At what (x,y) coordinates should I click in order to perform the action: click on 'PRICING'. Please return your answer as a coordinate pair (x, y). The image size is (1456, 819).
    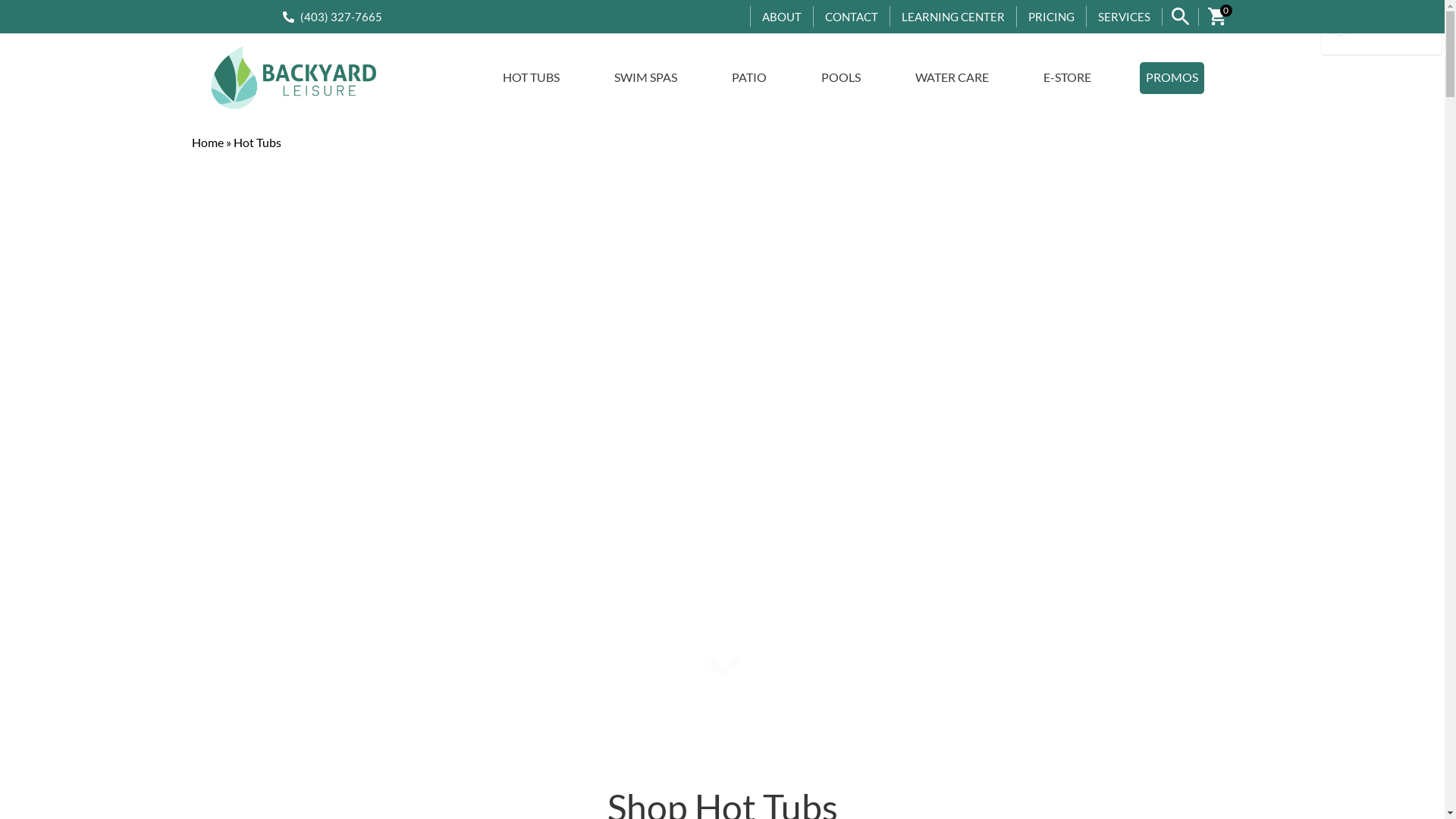
    Looking at the image, I should click on (1050, 17).